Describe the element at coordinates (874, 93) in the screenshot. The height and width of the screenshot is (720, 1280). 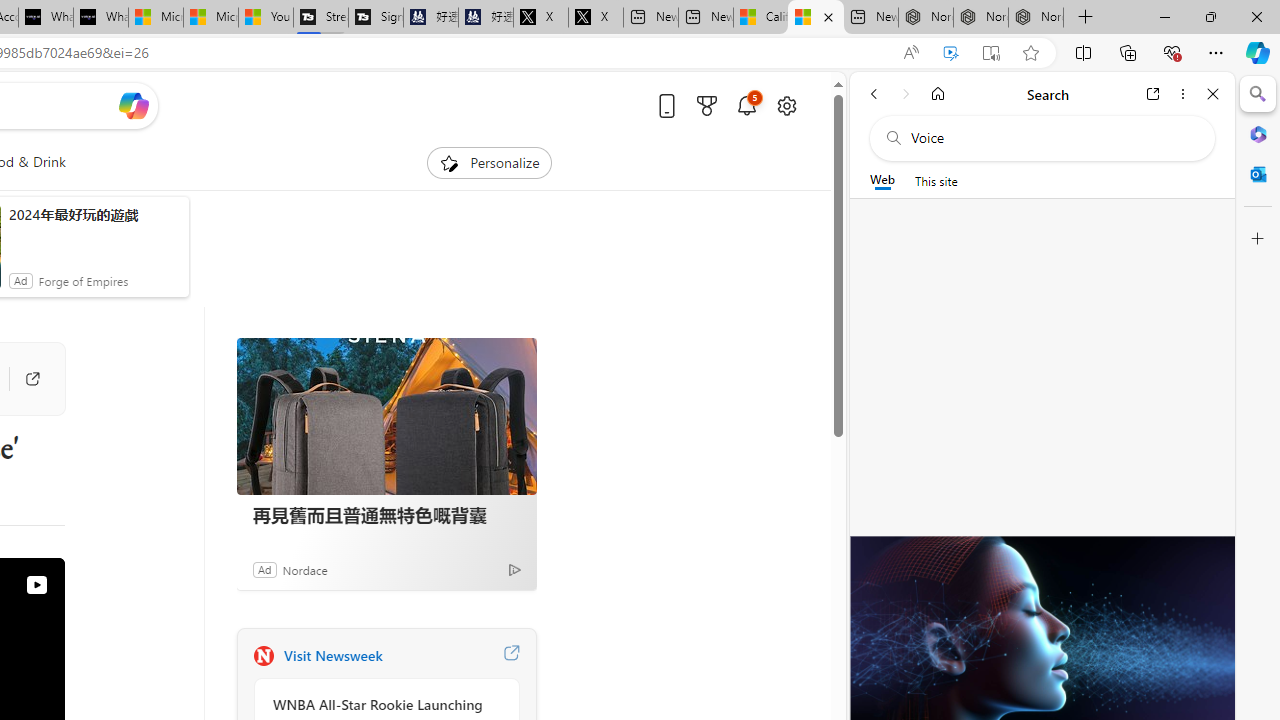
I see `'Back'` at that location.